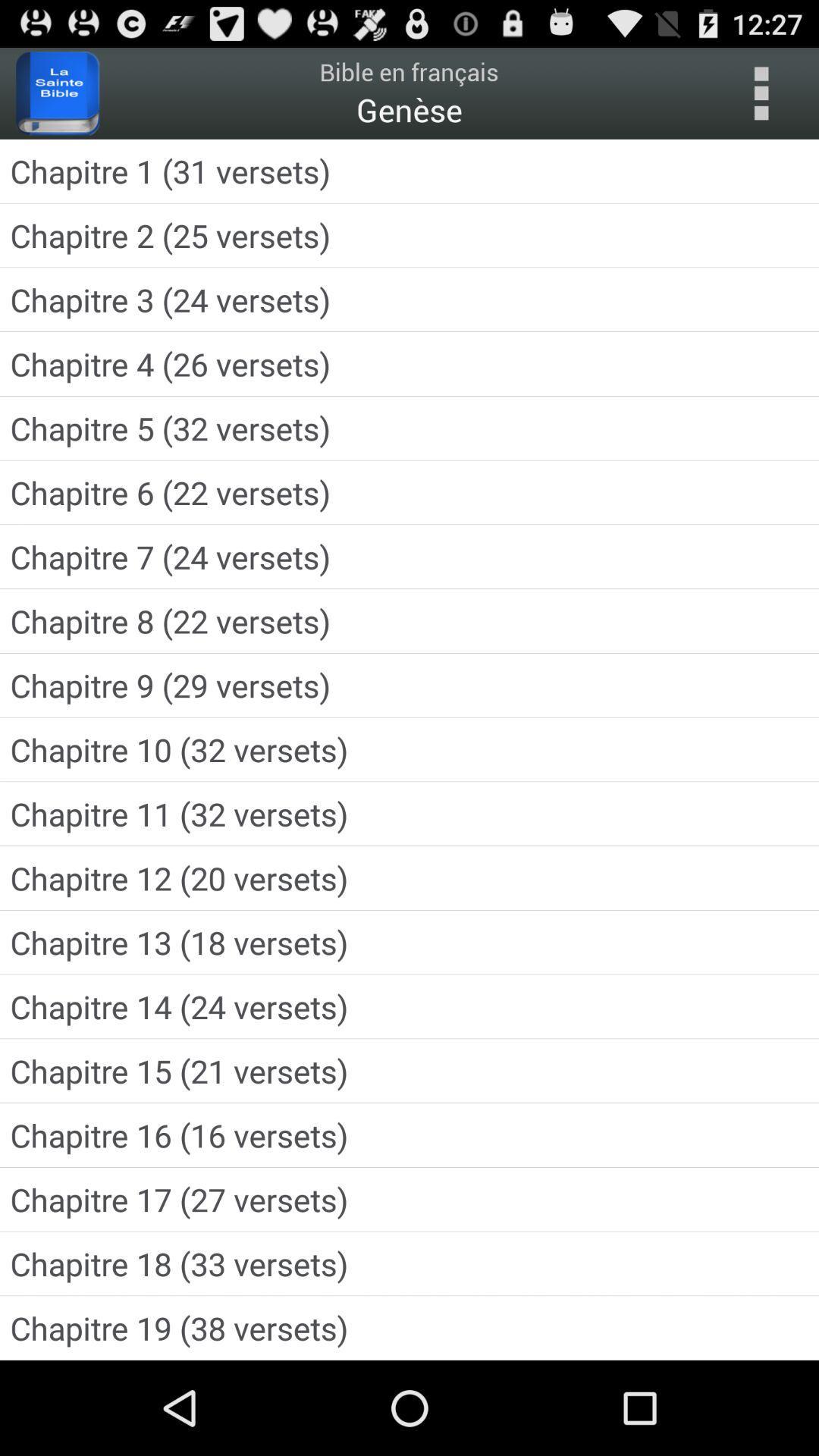 This screenshot has height=1456, width=819. What do you see at coordinates (409, 234) in the screenshot?
I see `the chapitre 2 25 app` at bounding box center [409, 234].